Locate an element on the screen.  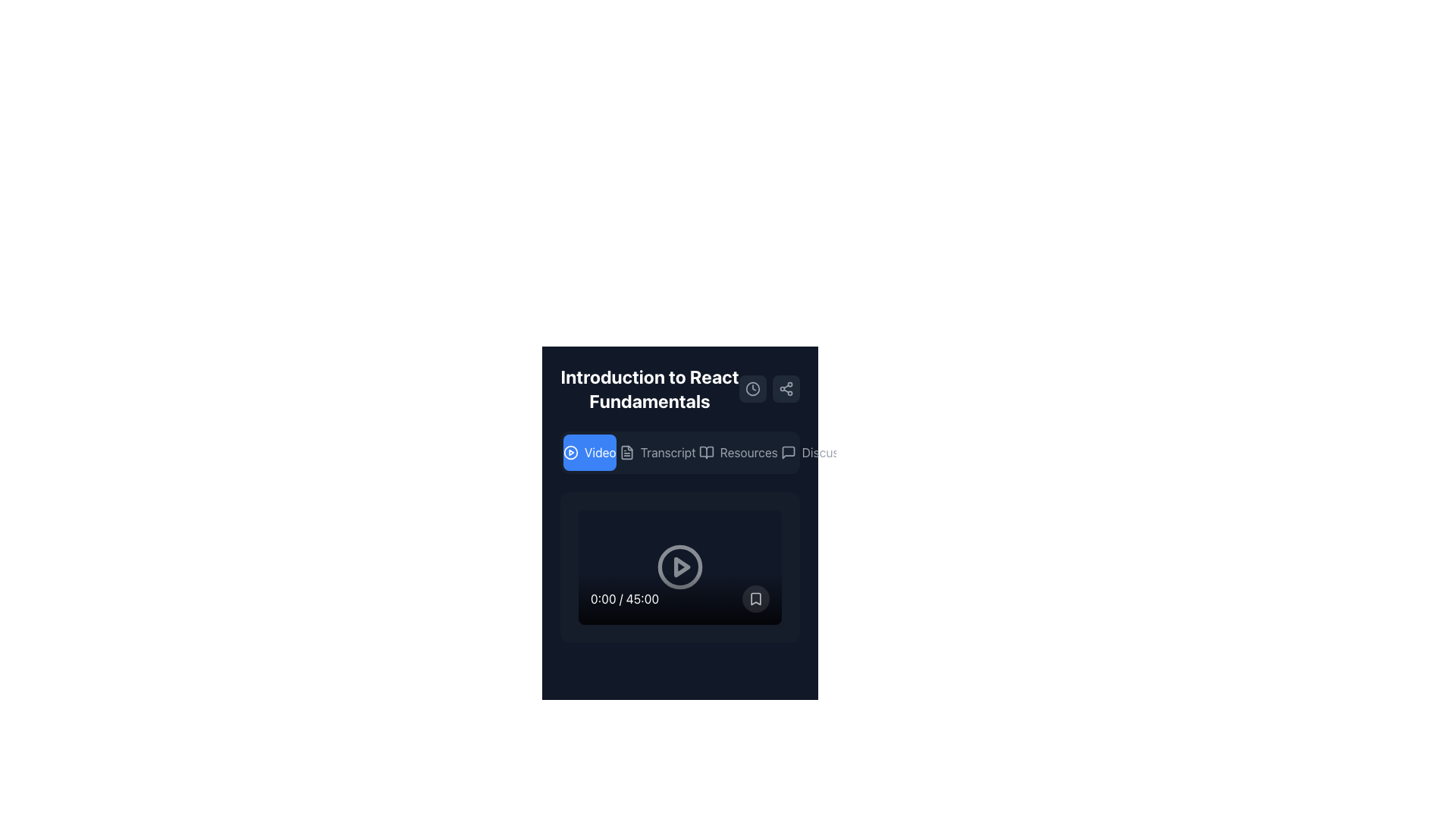
the 'Transcript' button, which is the second button in a group located just below the header 'Introduction to React Fundamentals' is located at coordinates (679, 452).